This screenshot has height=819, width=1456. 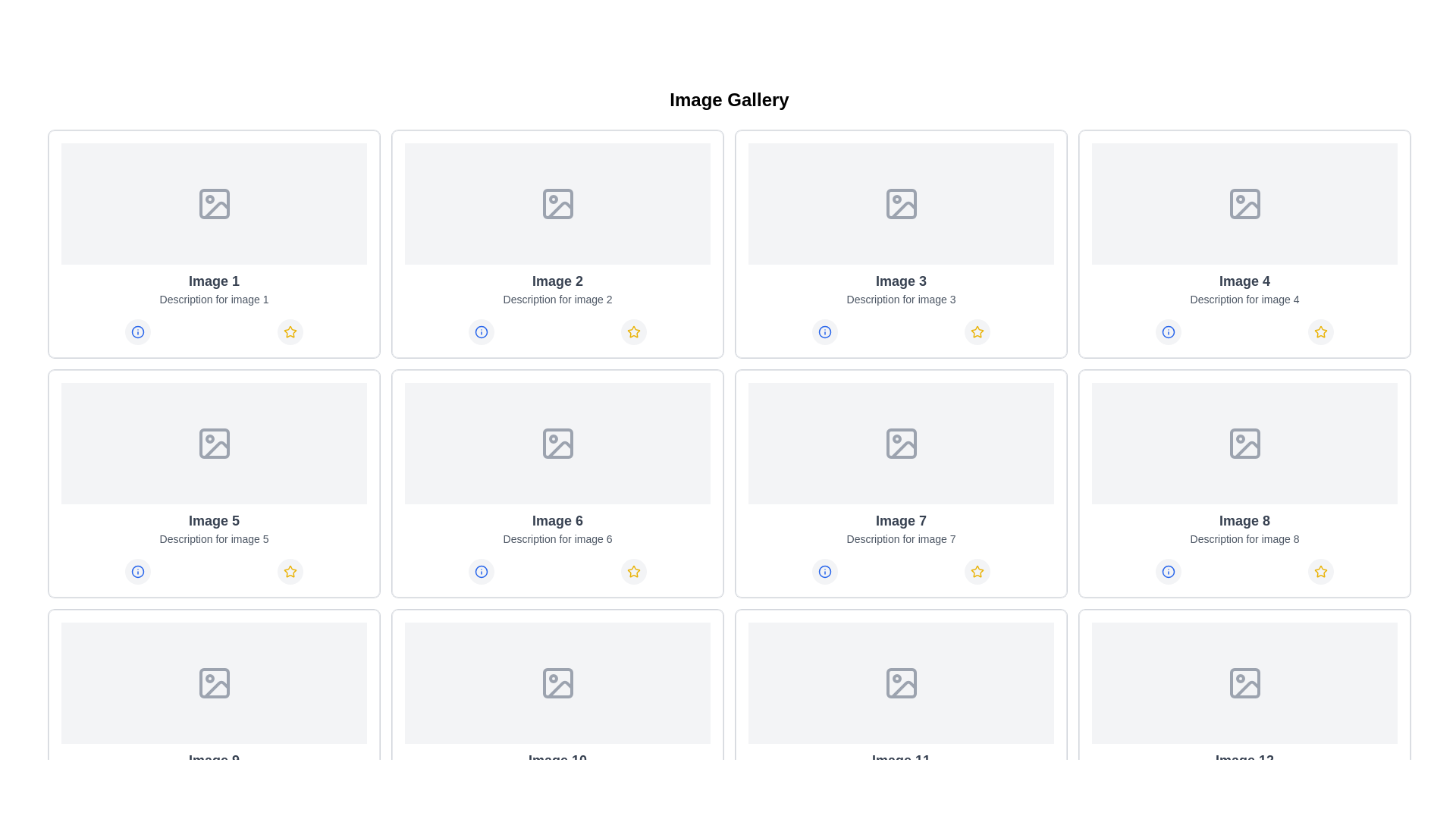 I want to click on the informational hint button located in the second row and third column of the grid layout, so click(x=824, y=331).